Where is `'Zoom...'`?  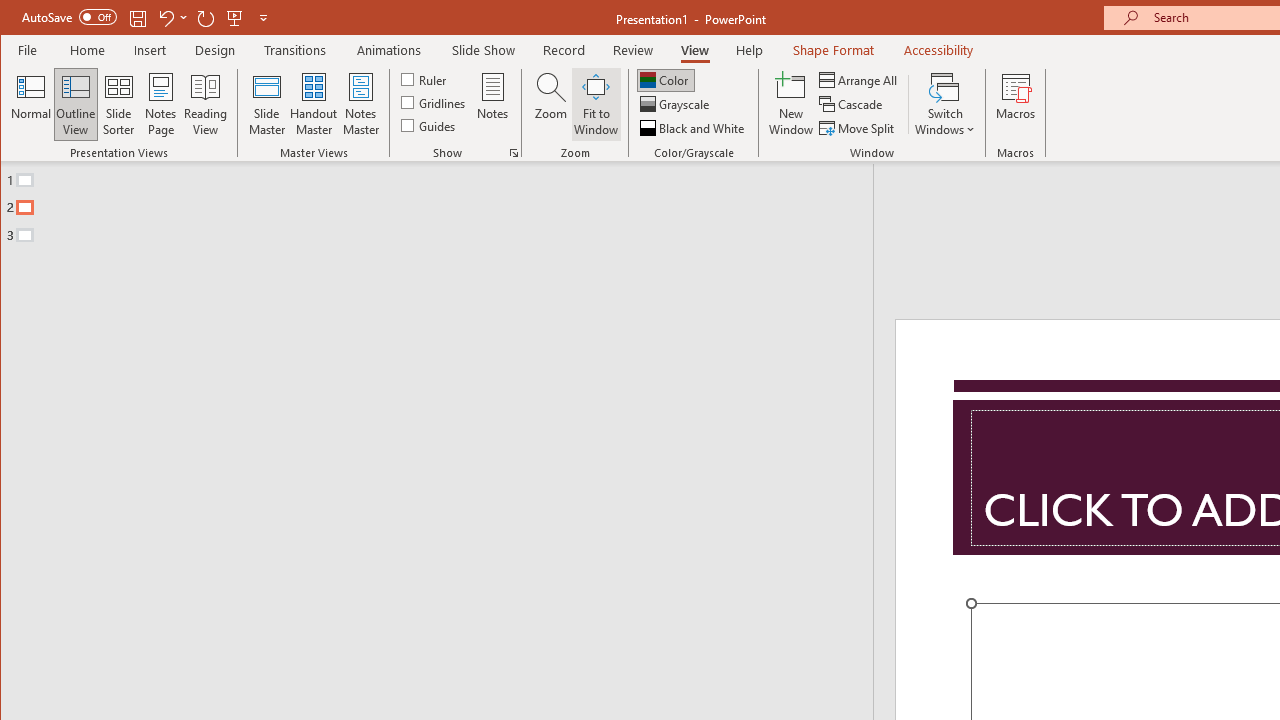
'Zoom...' is located at coordinates (551, 104).